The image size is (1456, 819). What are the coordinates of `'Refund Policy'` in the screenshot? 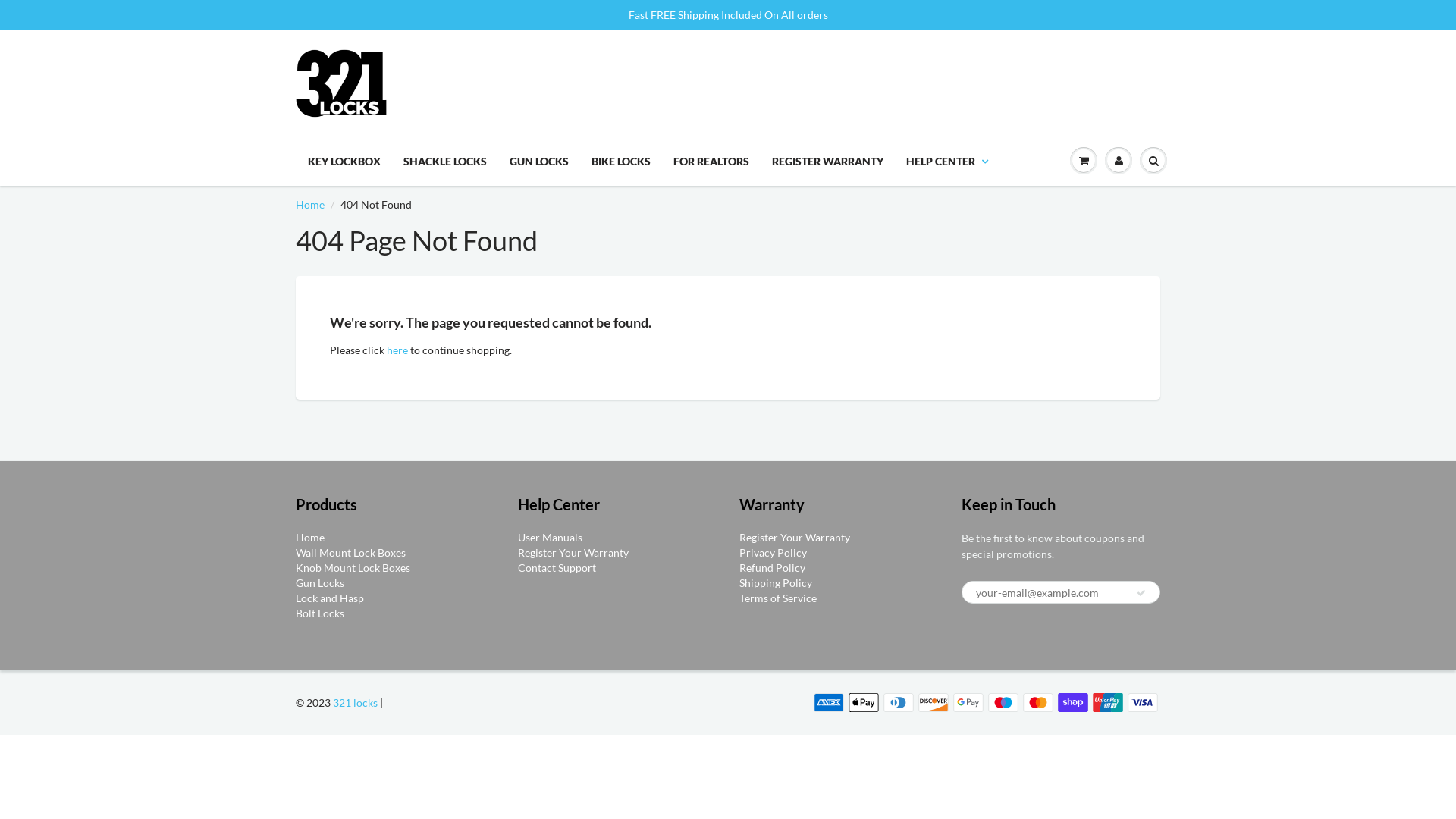 It's located at (772, 567).